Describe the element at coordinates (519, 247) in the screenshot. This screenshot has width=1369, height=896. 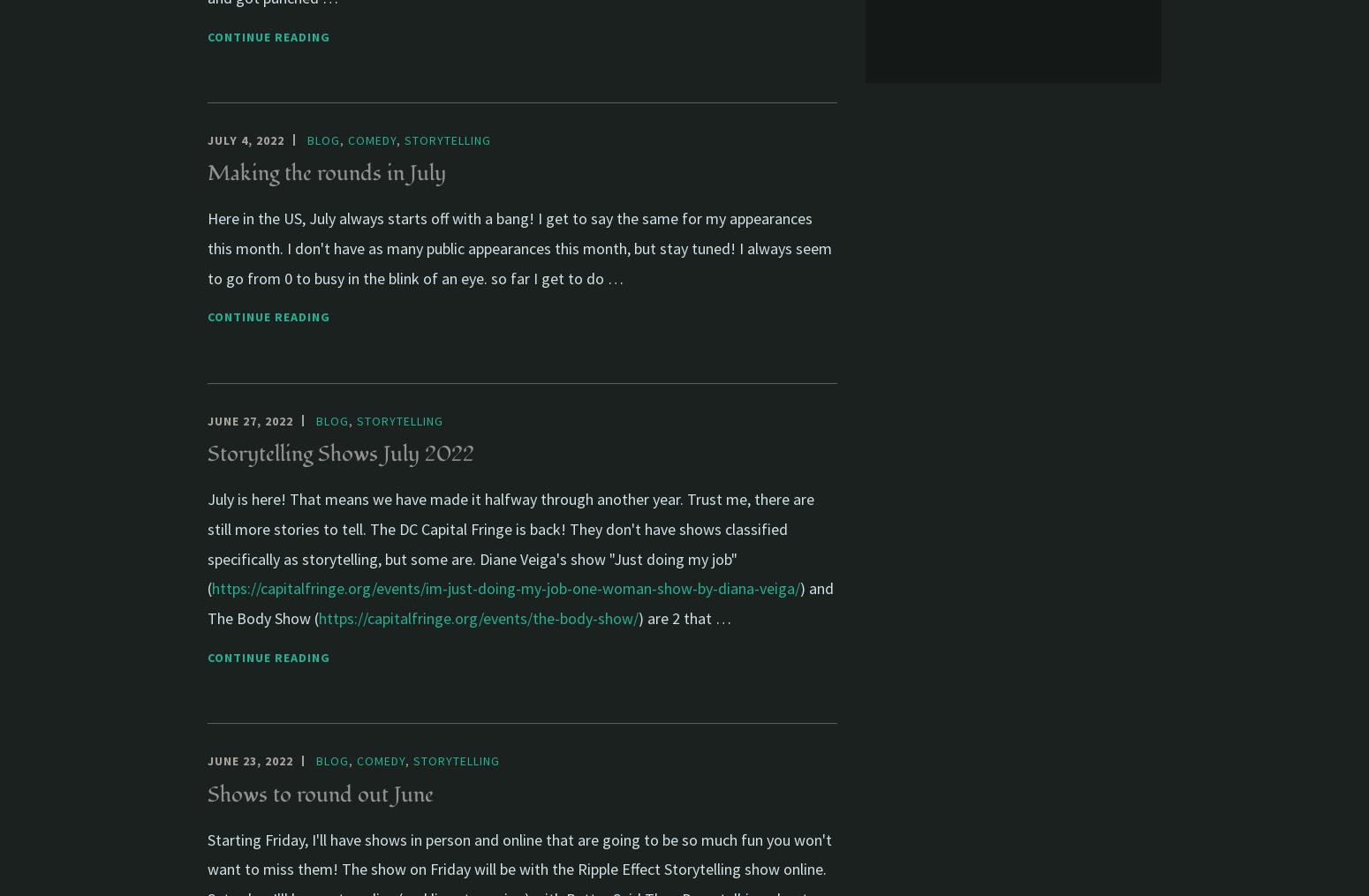
I see `'Here in the US, July always starts off with a bang! I get to say the same for my appearances this month. I don't have as many public appearances this month, but stay tuned! I always seem to go from 0 to busy in the blink of an eye. so far I get to do …'` at that location.